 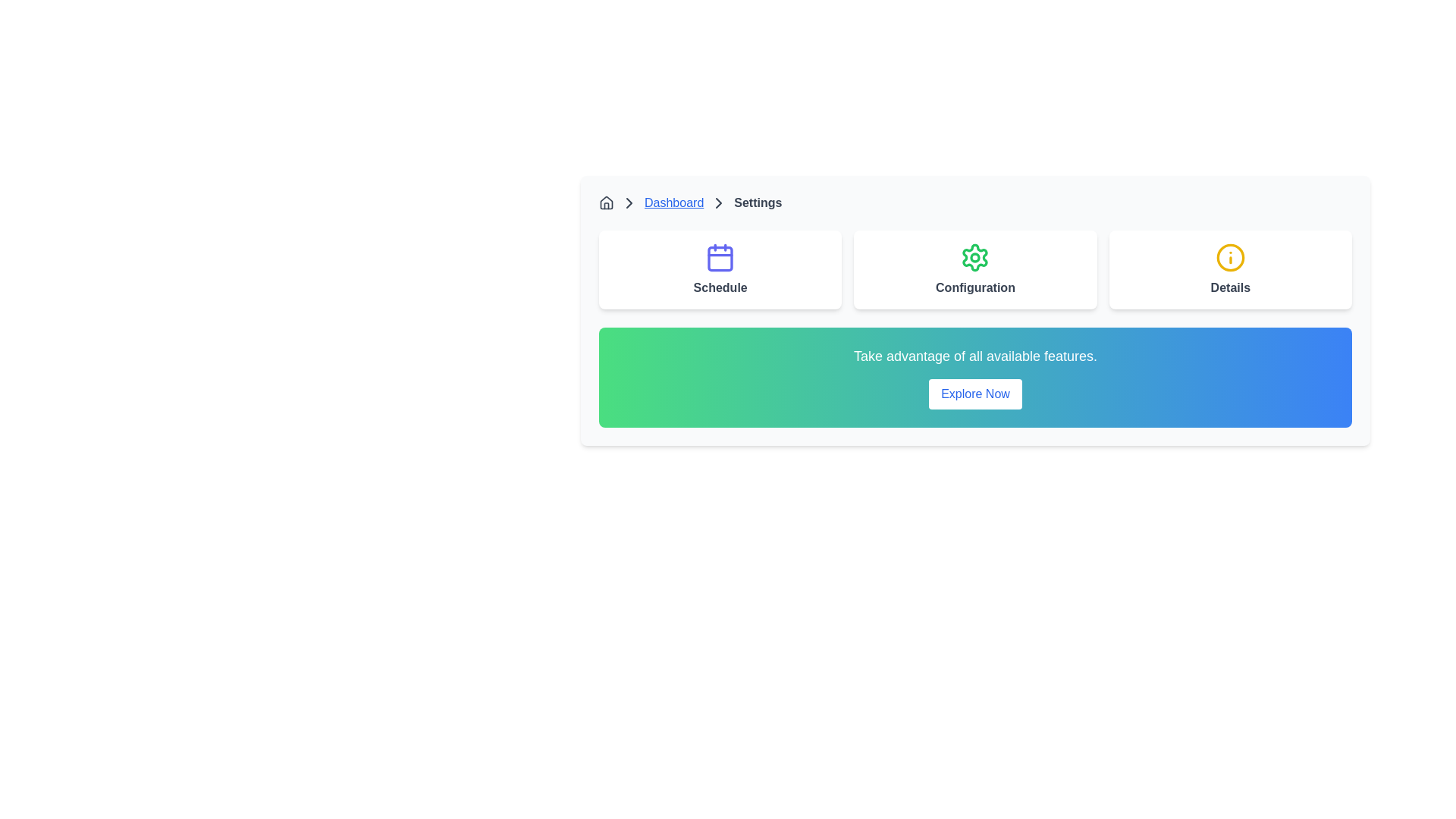 What do you see at coordinates (718, 202) in the screenshot?
I see `the rightward-pointing chevron arrow icon located next to the 'Settings' text in the top navigation bar` at bounding box center [718, 202].